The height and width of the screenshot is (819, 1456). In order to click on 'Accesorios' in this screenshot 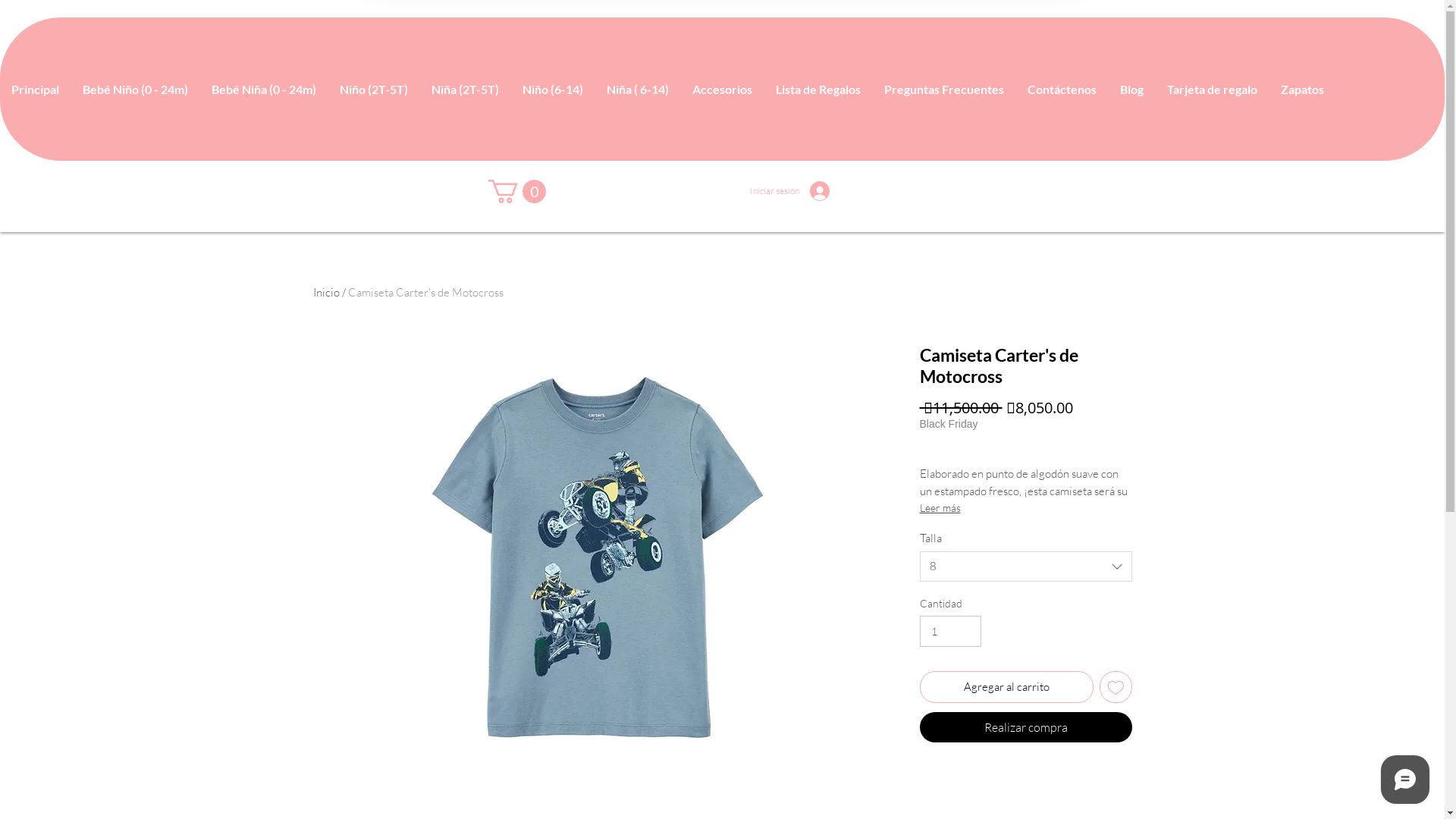, I will do `click(720, 89)`.